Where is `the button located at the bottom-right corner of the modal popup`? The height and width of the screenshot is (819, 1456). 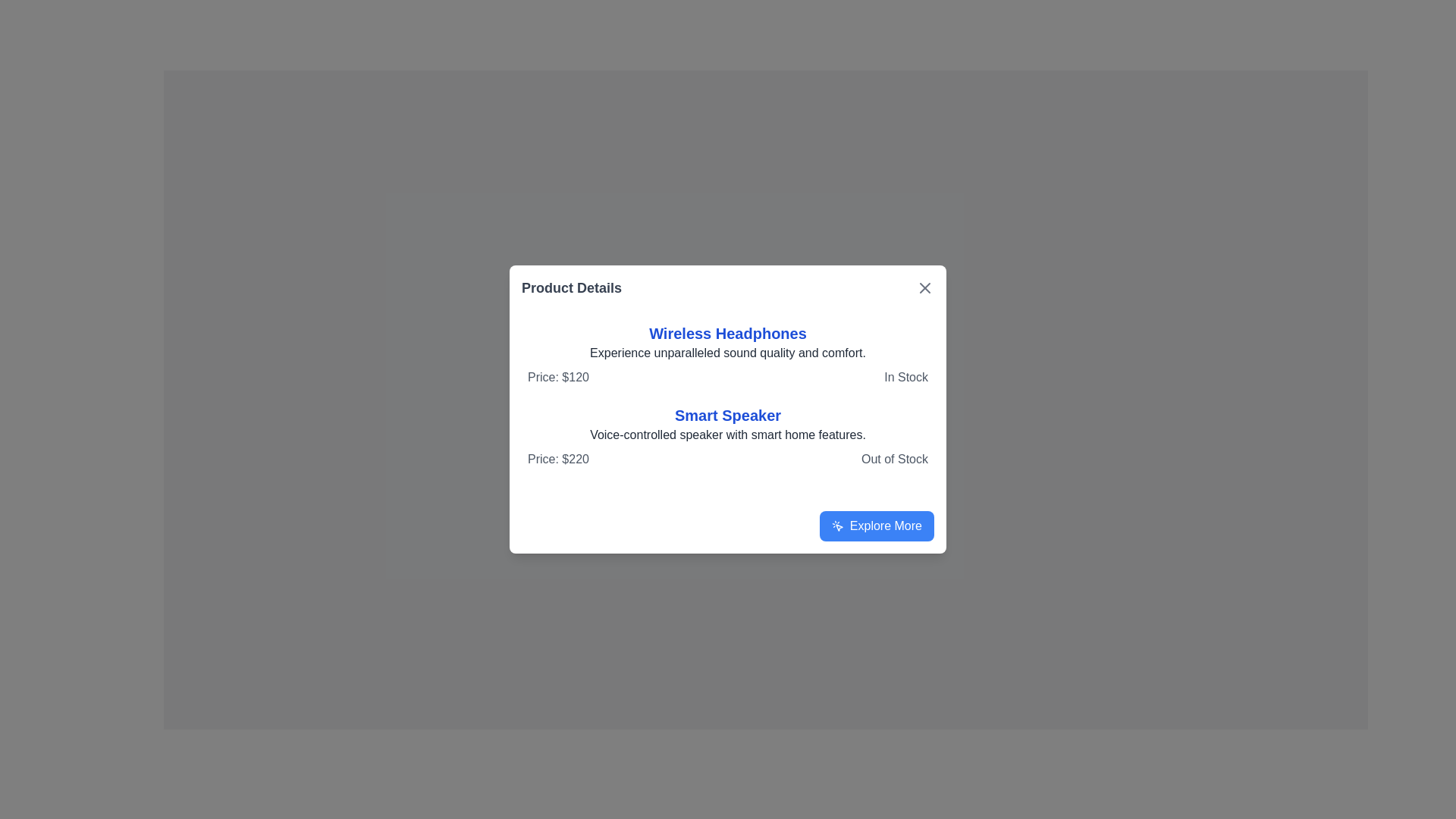 the button located at the bottom-right corner of the modal popup is located at coordinates (877, 526).